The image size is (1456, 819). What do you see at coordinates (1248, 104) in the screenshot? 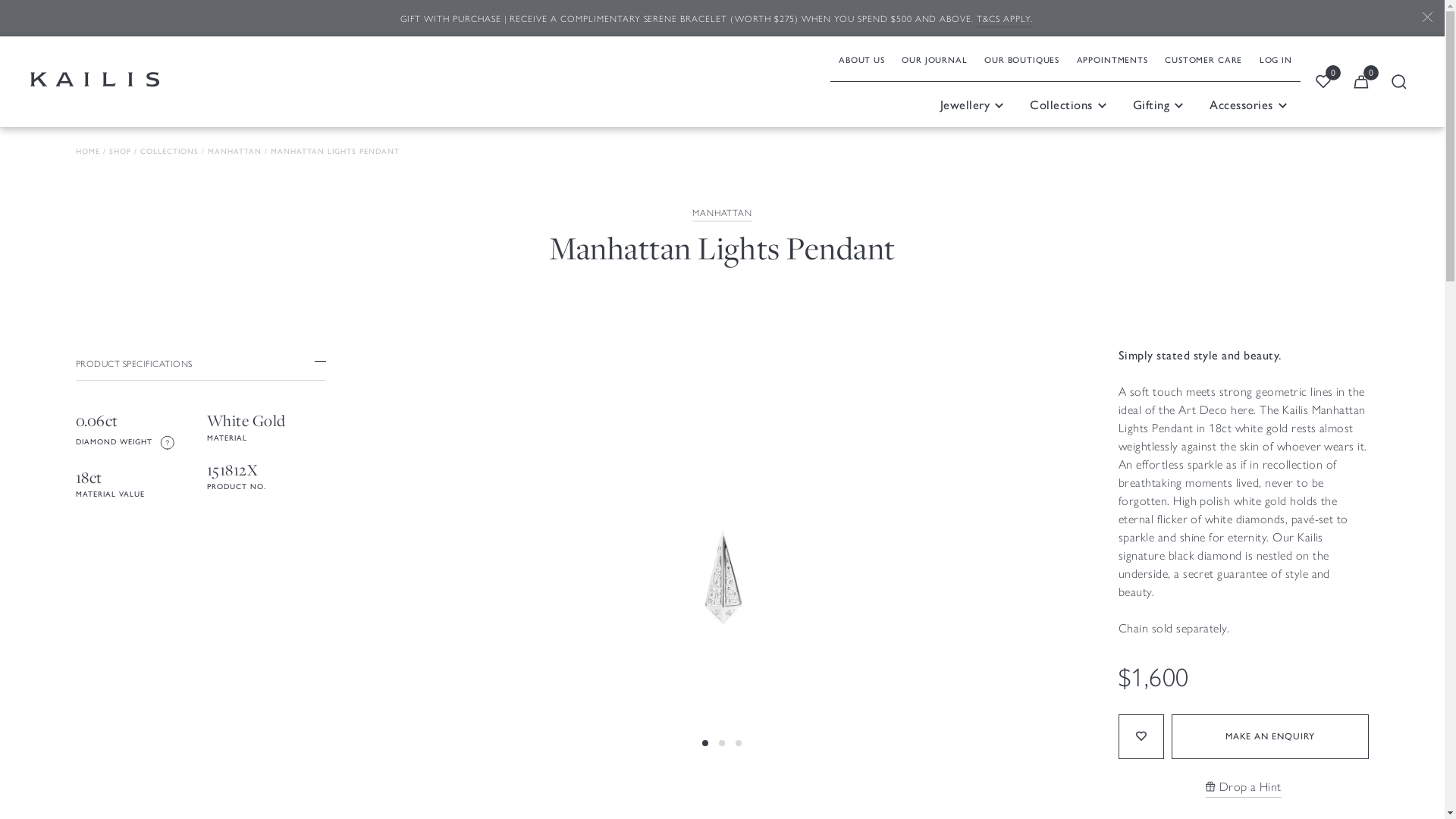
I see `'Accessories'` at bounding box center [1248, 104].